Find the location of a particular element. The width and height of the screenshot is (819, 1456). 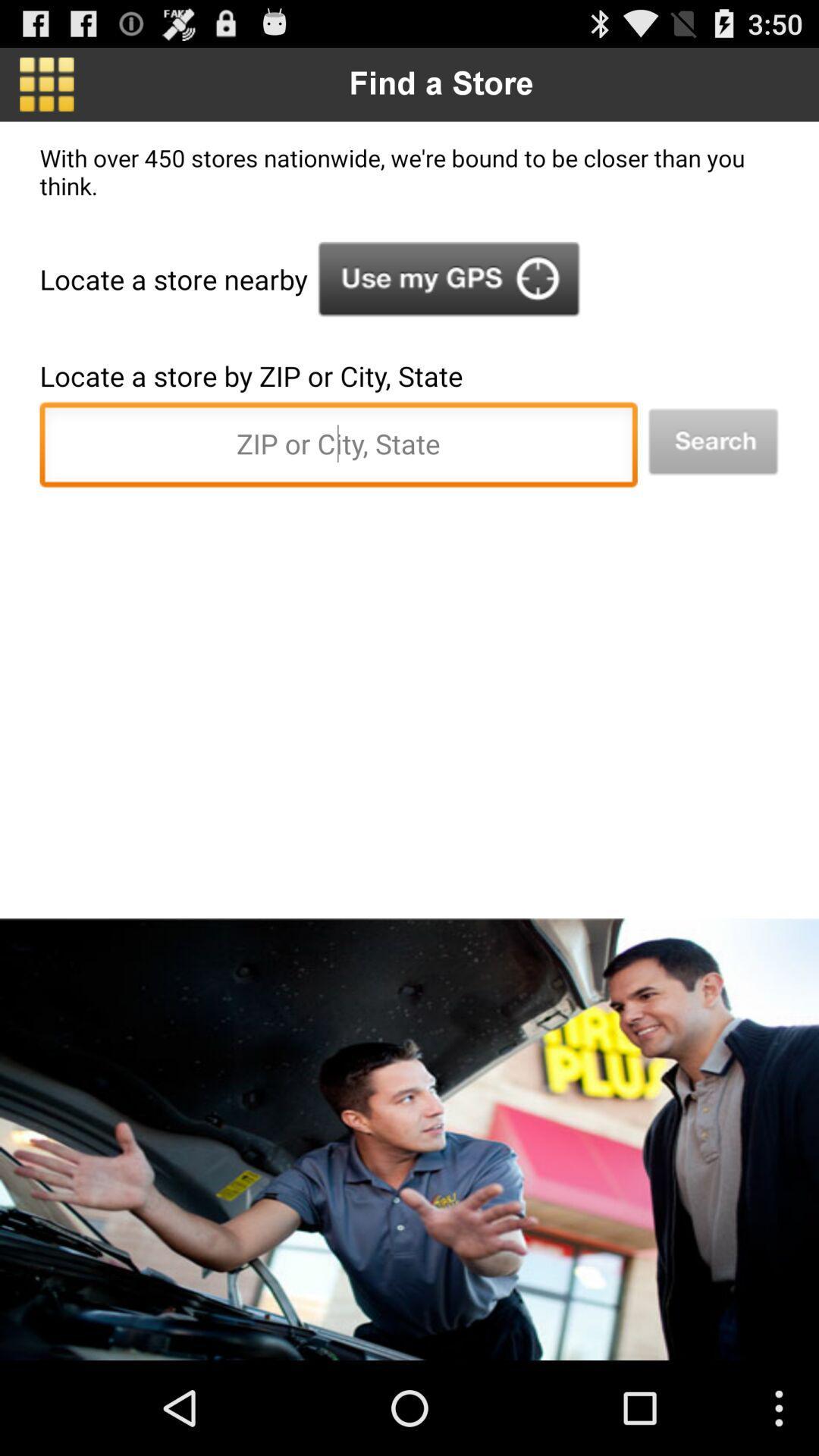

the dashboard icon is located at coordinates (45, 89).